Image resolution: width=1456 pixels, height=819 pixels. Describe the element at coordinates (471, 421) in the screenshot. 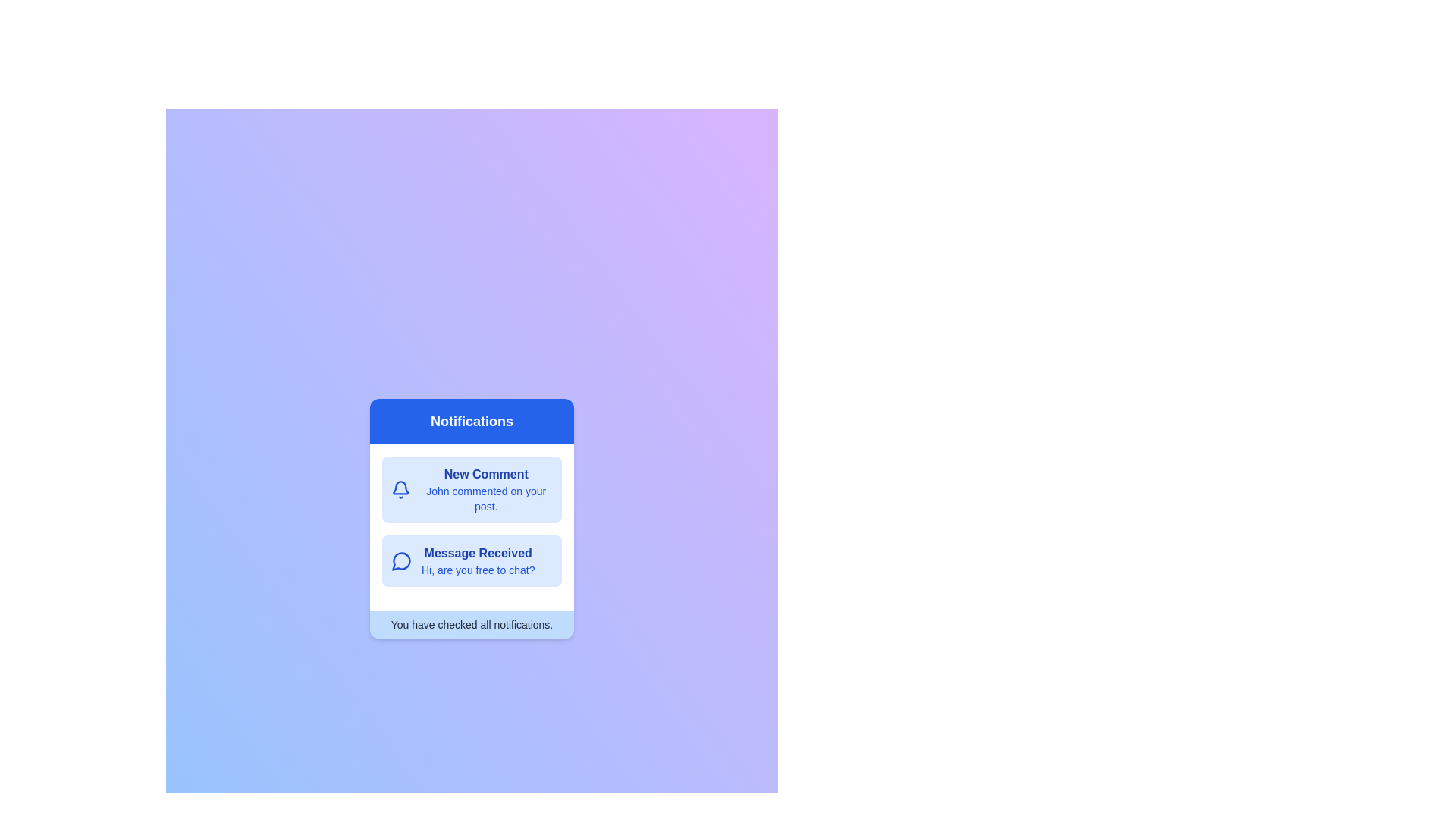

I see `the Notifications header to focus or highlight the title` at that location.